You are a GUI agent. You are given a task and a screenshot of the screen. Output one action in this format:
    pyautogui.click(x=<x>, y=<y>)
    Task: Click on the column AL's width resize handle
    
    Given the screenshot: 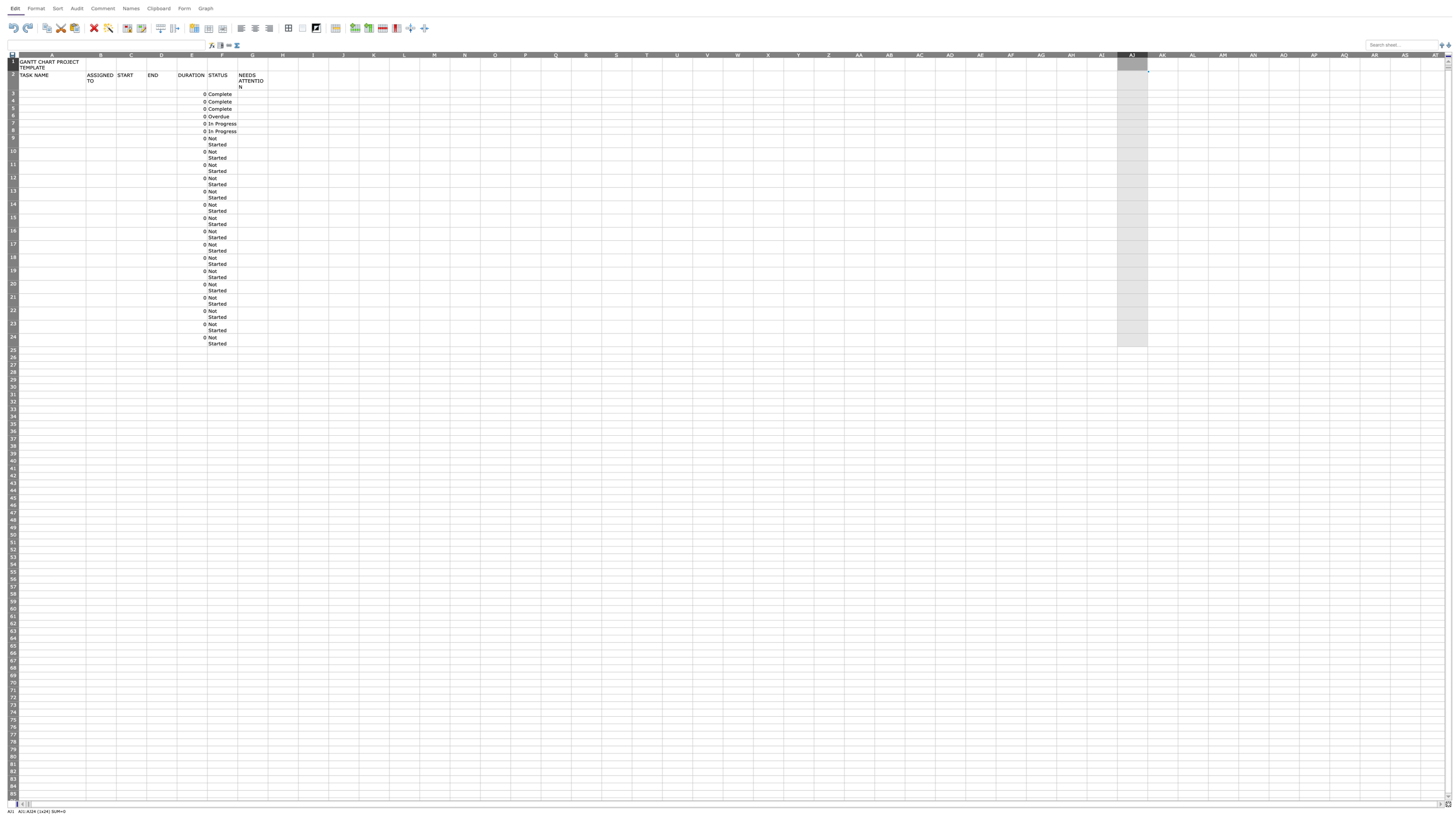 What is the action you would take?
    pyautogui.click(x=1207, y=54)
    